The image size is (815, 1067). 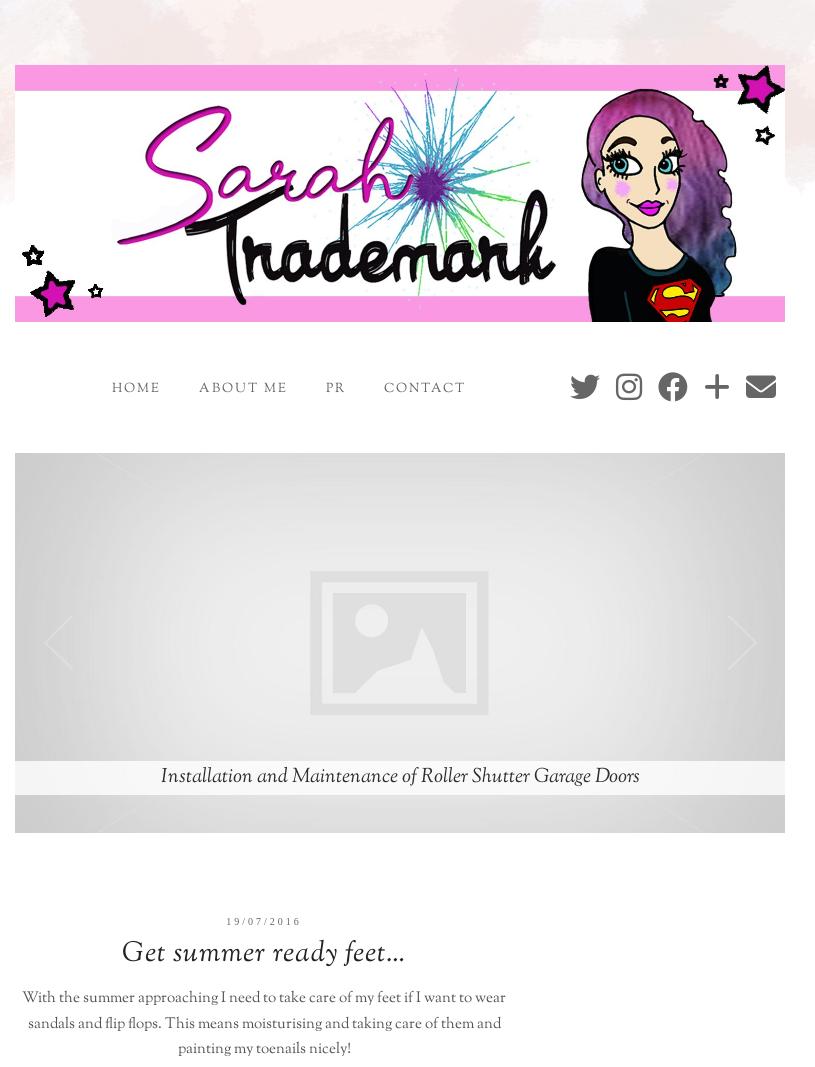 What do you see at coordinates (425, 386) in the screenshot?
I see `'Contact'` at bounding box center [425, 386].